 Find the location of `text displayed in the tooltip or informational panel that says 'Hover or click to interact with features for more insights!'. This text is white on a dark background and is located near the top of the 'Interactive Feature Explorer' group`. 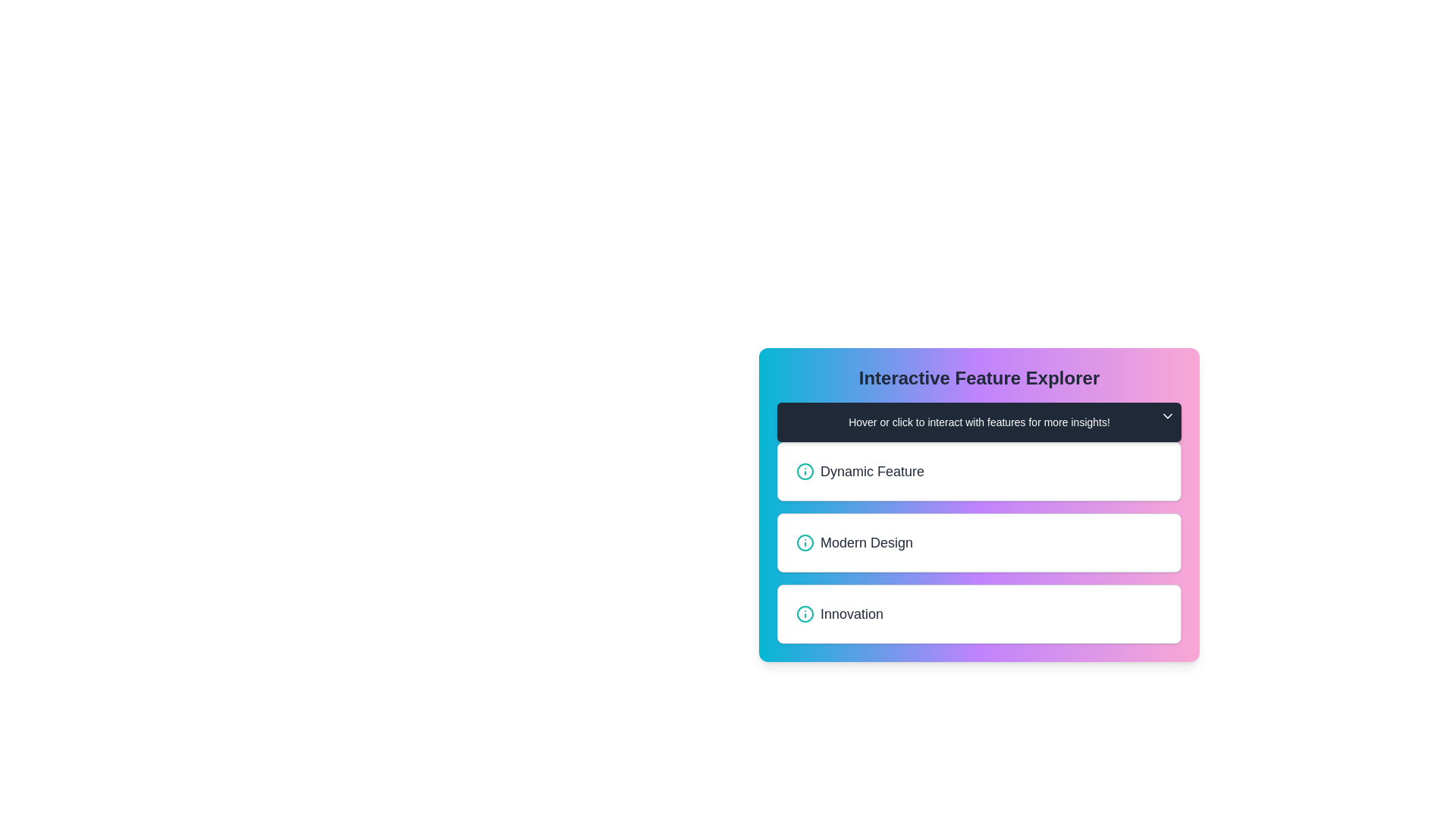

text displayed in the tooltip or informational panel that says 'Hover or click to interact with features for more insights!'. This text is white on a dark background and is located near the top of the 'Interactive Feature Explorer' group is located at coordinates (979, 422).